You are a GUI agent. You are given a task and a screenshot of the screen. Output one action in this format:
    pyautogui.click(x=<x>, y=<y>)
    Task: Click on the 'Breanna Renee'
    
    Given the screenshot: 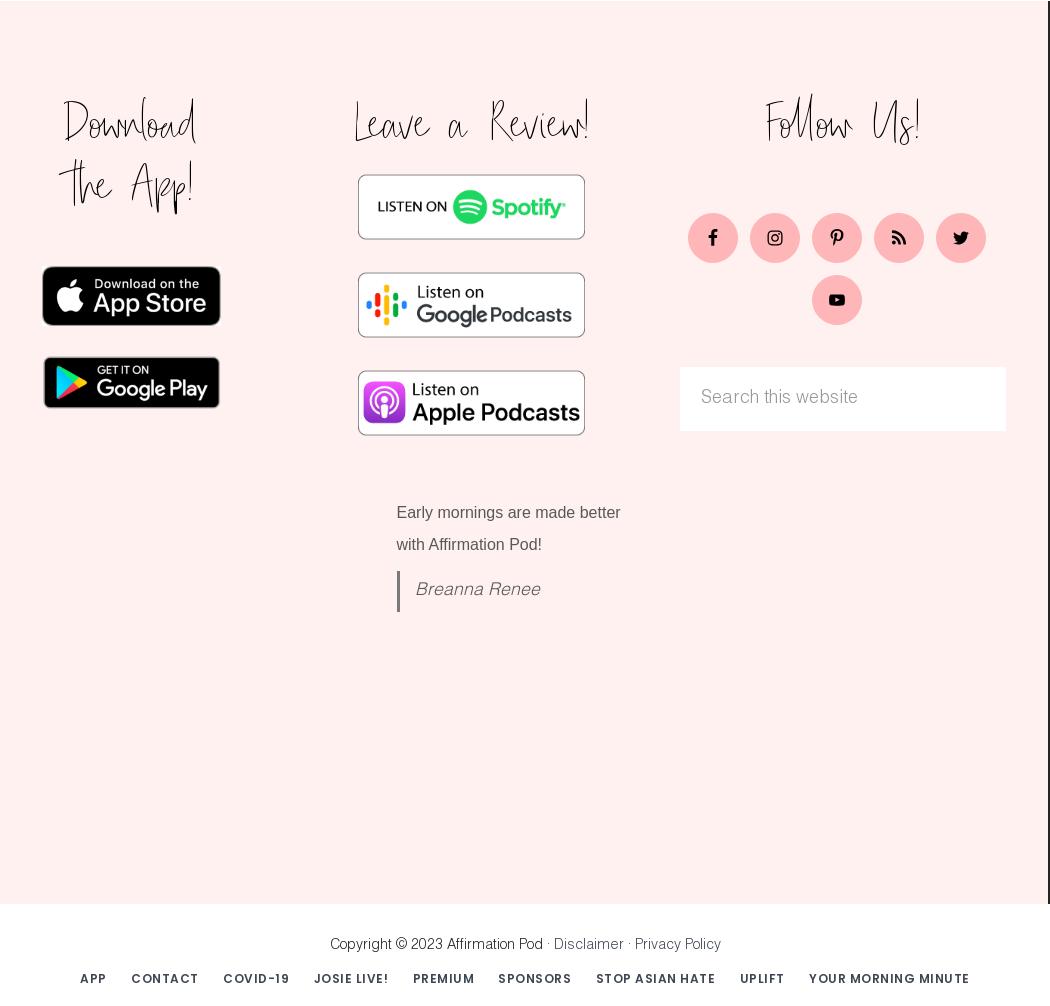 What is the action you would take?
    pyautogui.click(x=467, y=590)
    